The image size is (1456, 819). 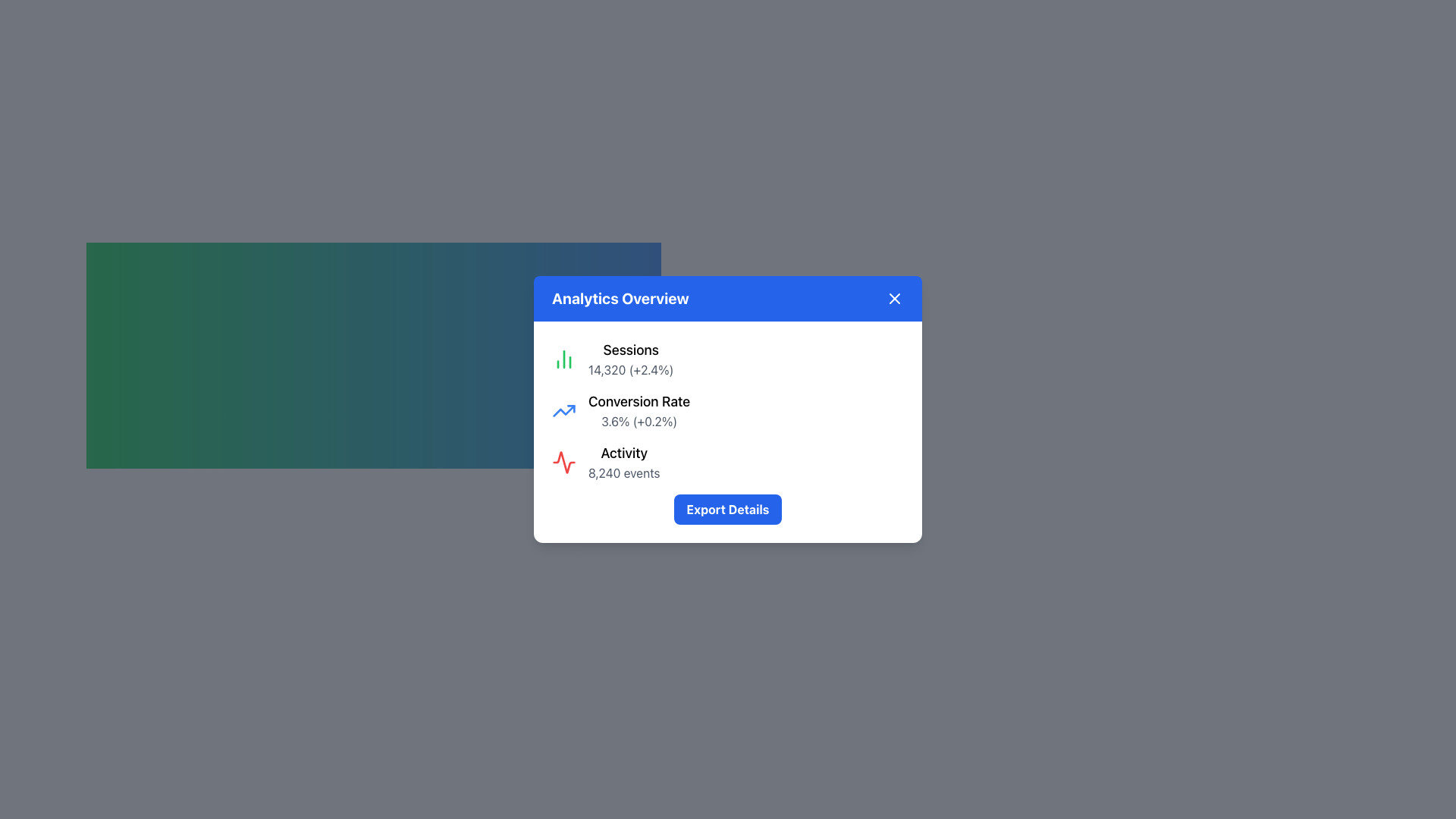 What do you see at coordinates (563, 461) in the screenshot?
I see `the red line icon resembling an activity graph located in the 'Activity' section of the 'Analytics Overview' panel to interact with it` at bounding box center [563, 461].